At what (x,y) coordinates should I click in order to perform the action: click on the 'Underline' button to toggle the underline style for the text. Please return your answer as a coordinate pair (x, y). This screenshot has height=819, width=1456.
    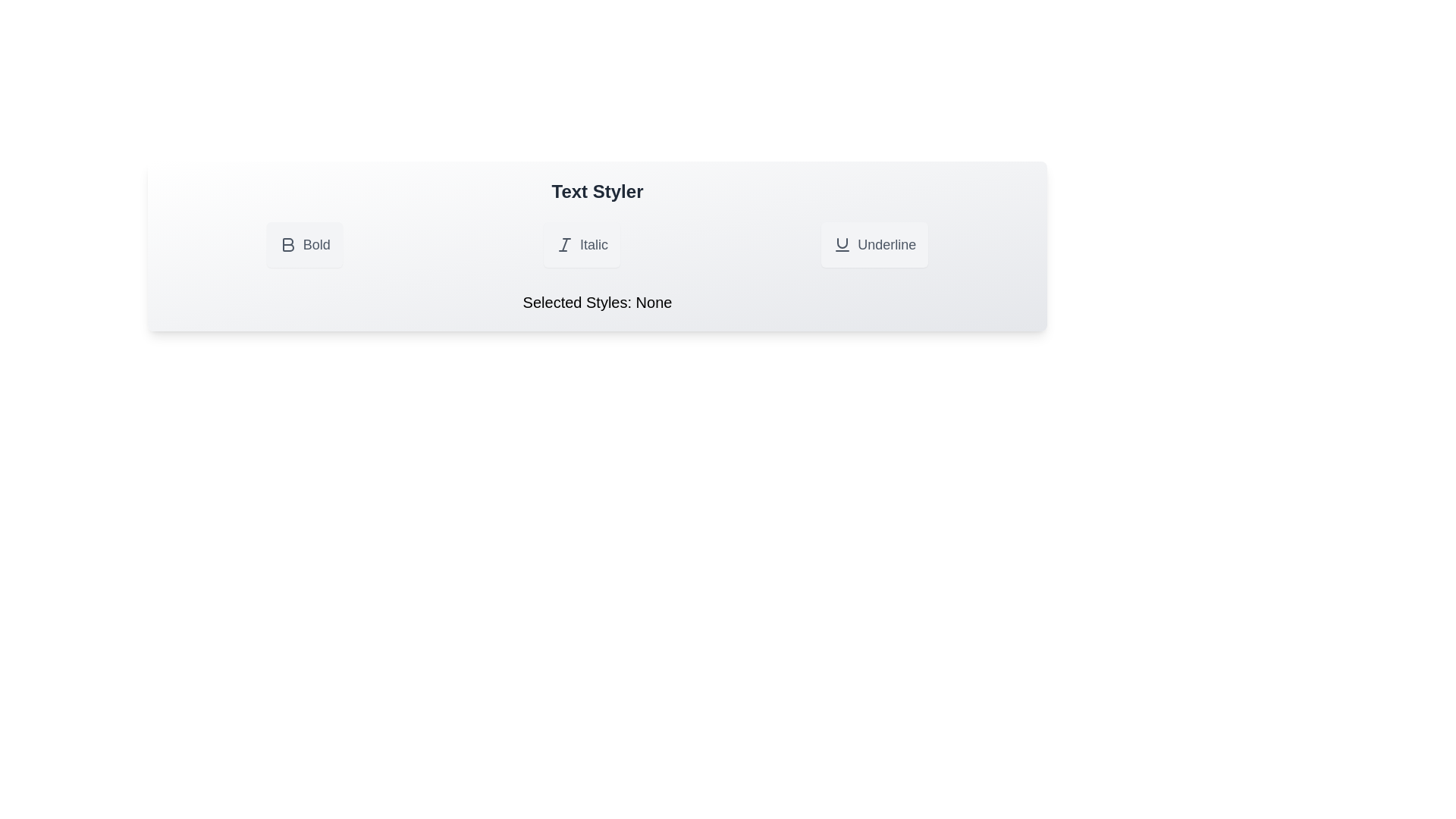
    Looking at the image, I should click on (874, 244).